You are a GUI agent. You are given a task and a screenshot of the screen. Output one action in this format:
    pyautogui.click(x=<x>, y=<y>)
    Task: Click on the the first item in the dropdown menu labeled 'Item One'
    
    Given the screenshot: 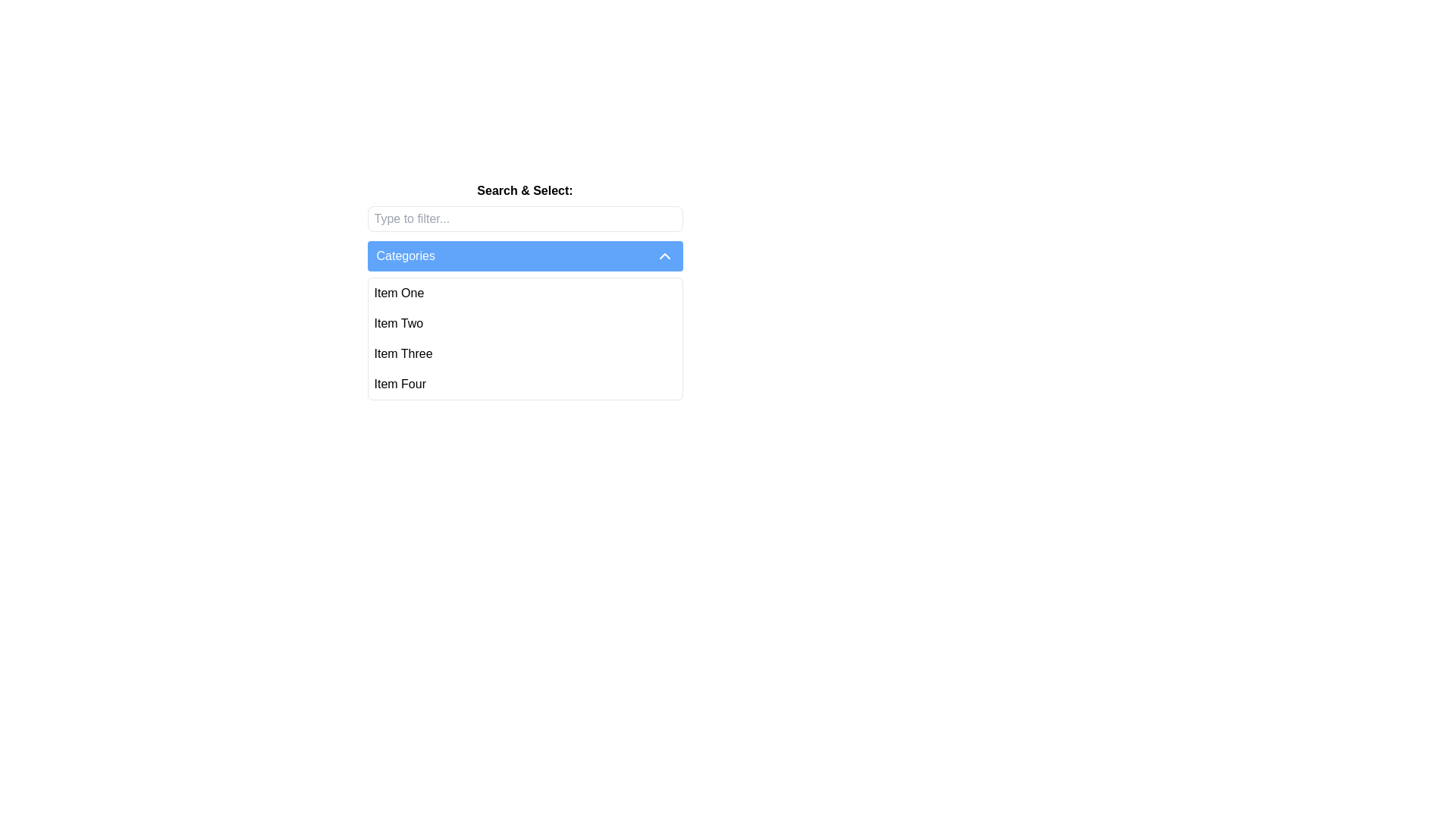 What is the action you would take?
    pyautogui.click(x=525, y=293)
    